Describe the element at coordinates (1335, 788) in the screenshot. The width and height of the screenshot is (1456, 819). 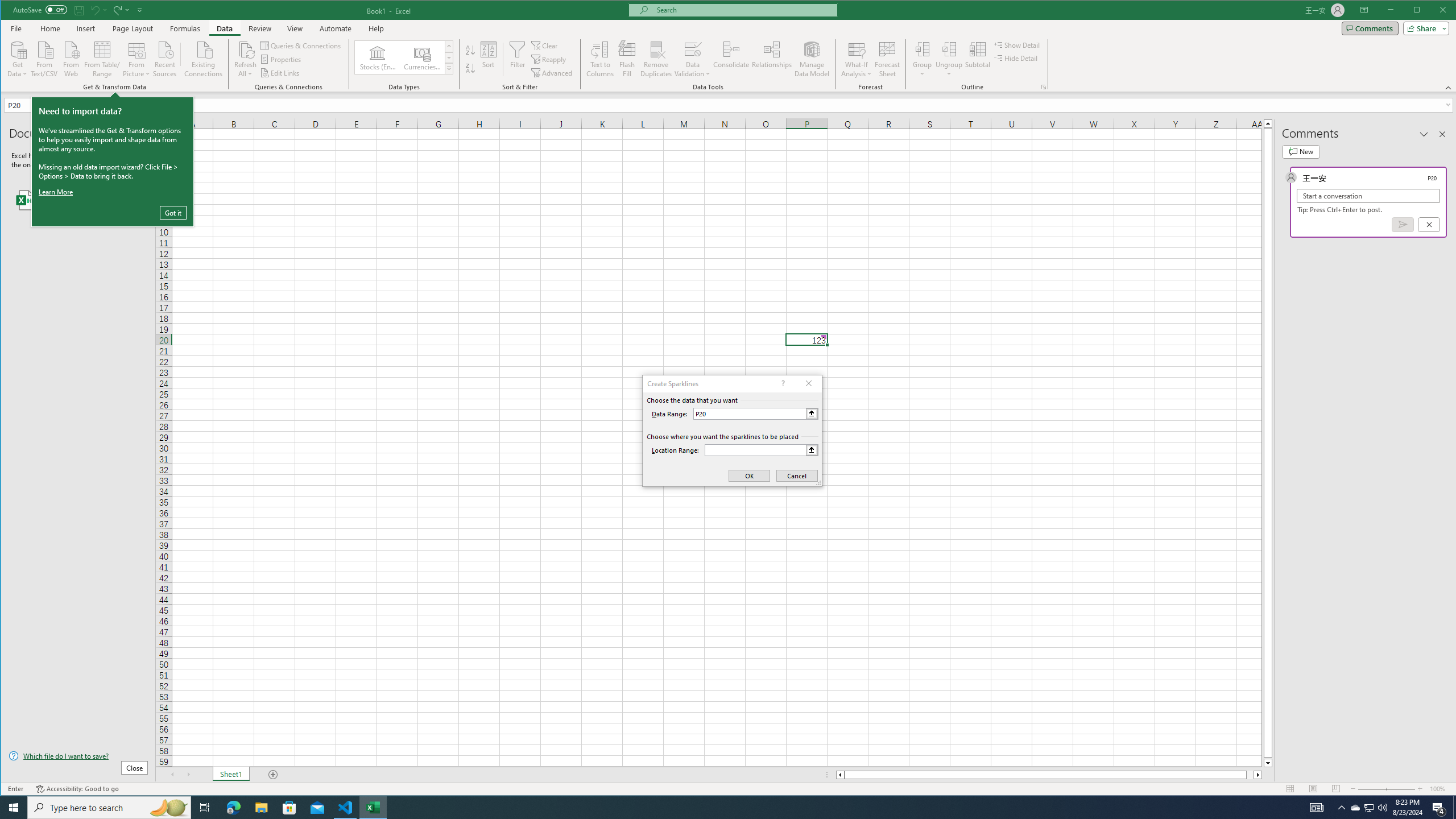
I see `'Page Break Preview'` at that location.